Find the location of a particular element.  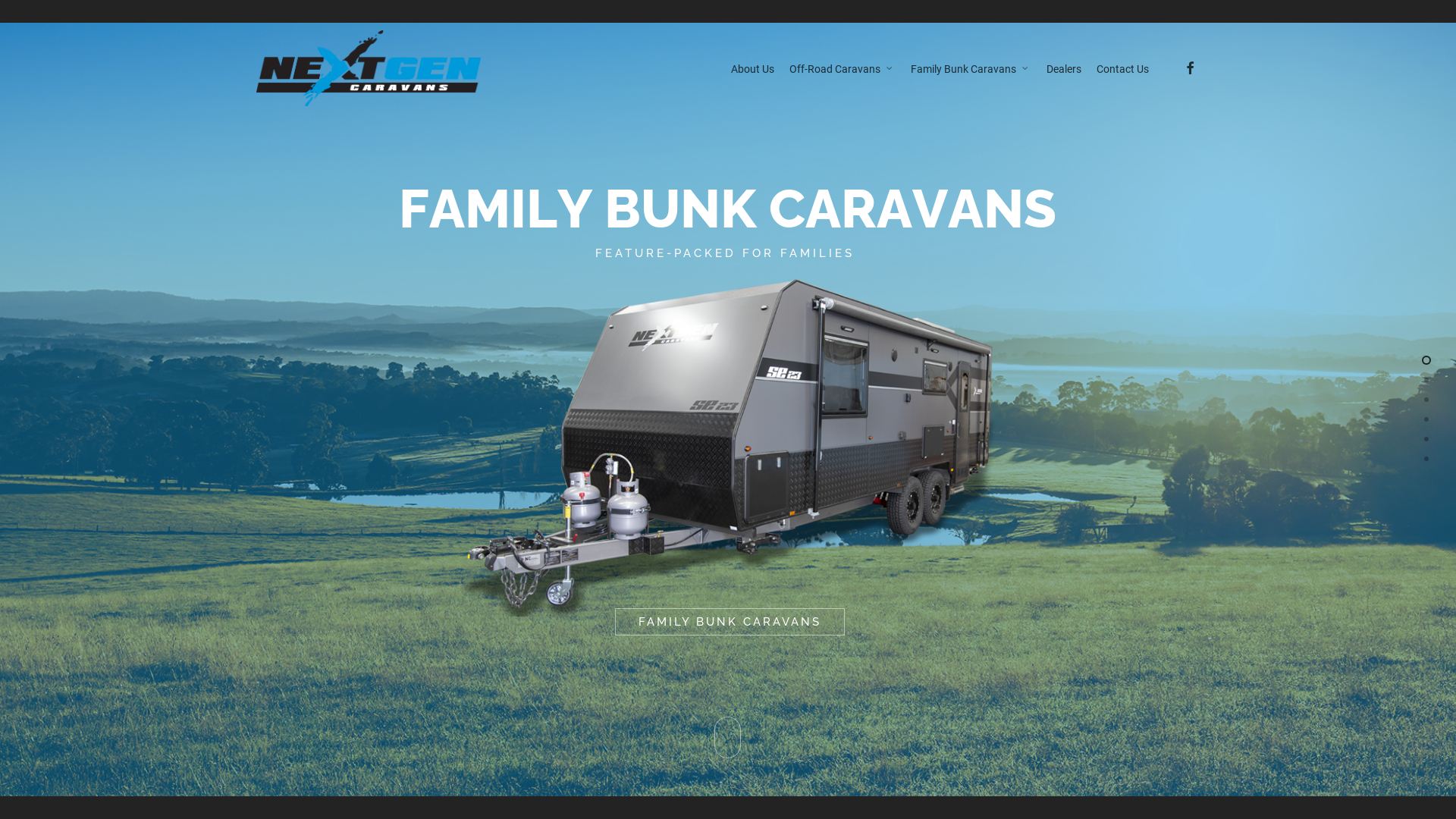

'Contact Us' is located at coordinates (1122, 67).